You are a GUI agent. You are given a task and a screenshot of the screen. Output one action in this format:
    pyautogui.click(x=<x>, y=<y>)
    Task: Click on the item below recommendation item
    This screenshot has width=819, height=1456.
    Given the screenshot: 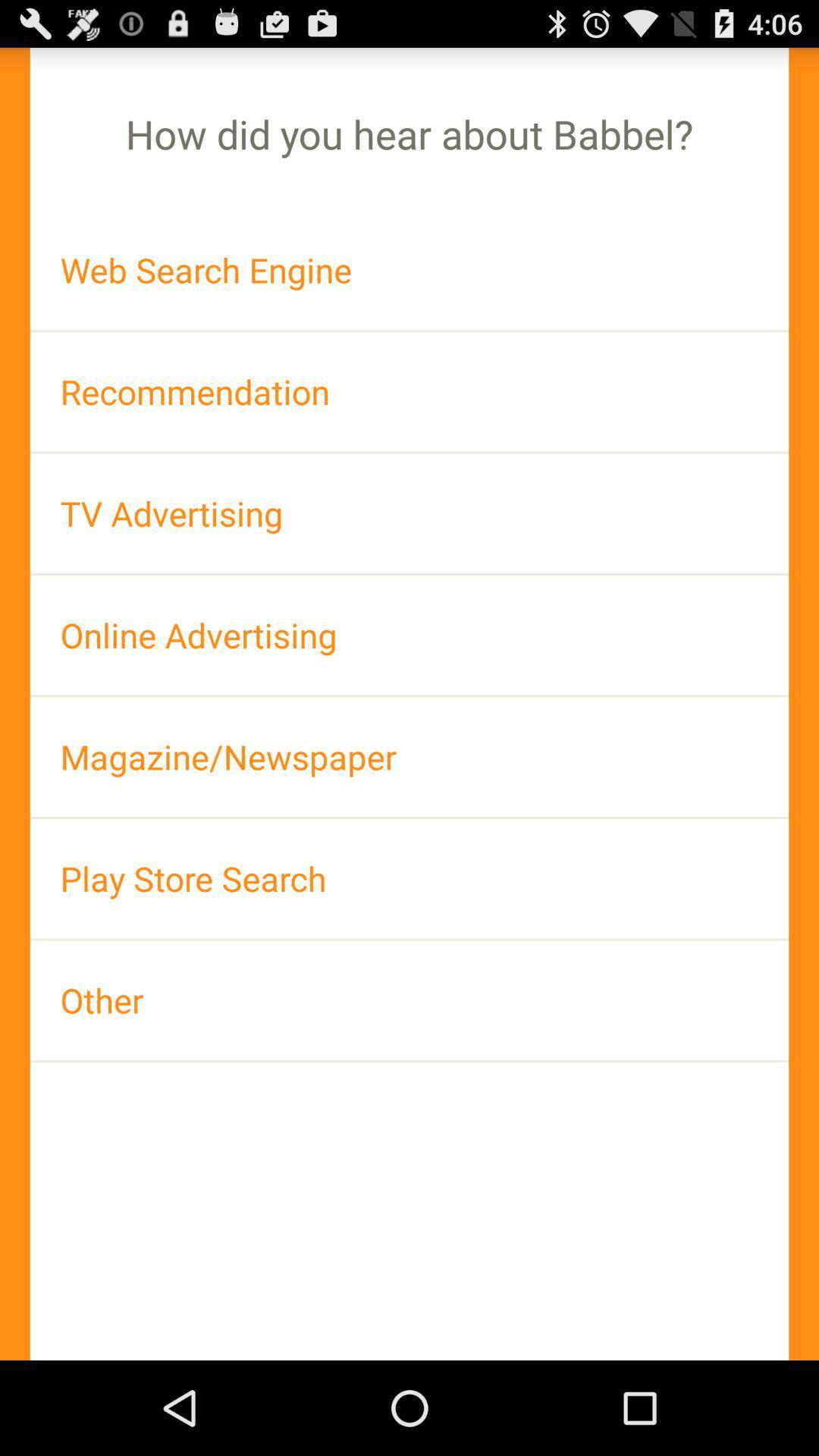 What is the action you would take?
    pyautogui.click(x=409, y=513)
    